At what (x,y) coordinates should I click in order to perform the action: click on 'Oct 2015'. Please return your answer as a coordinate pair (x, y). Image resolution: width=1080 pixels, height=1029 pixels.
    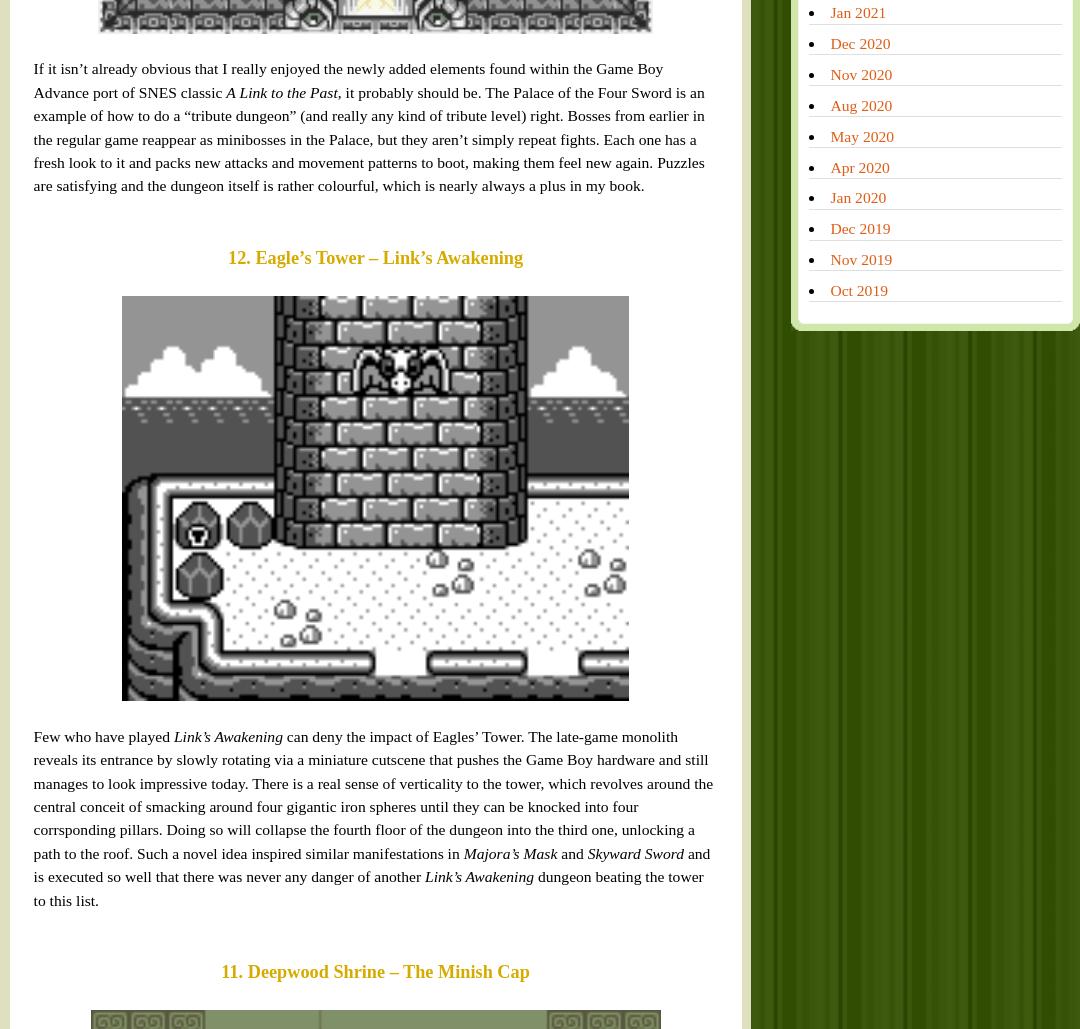
    Looking at the image, I should click on (715, 626).